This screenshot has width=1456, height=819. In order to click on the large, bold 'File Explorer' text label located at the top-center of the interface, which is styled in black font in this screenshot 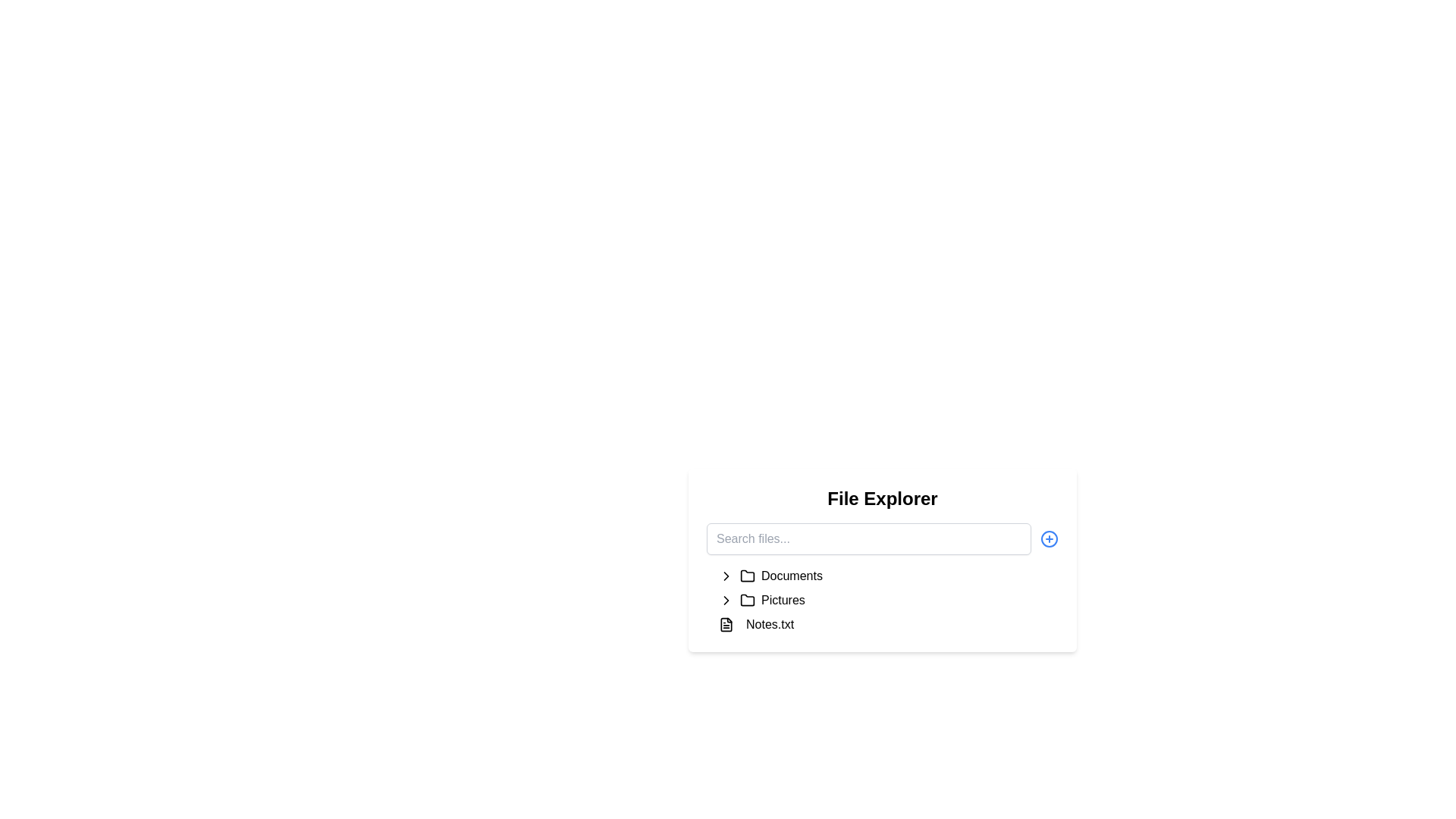, I will do `click(882, 499)`.